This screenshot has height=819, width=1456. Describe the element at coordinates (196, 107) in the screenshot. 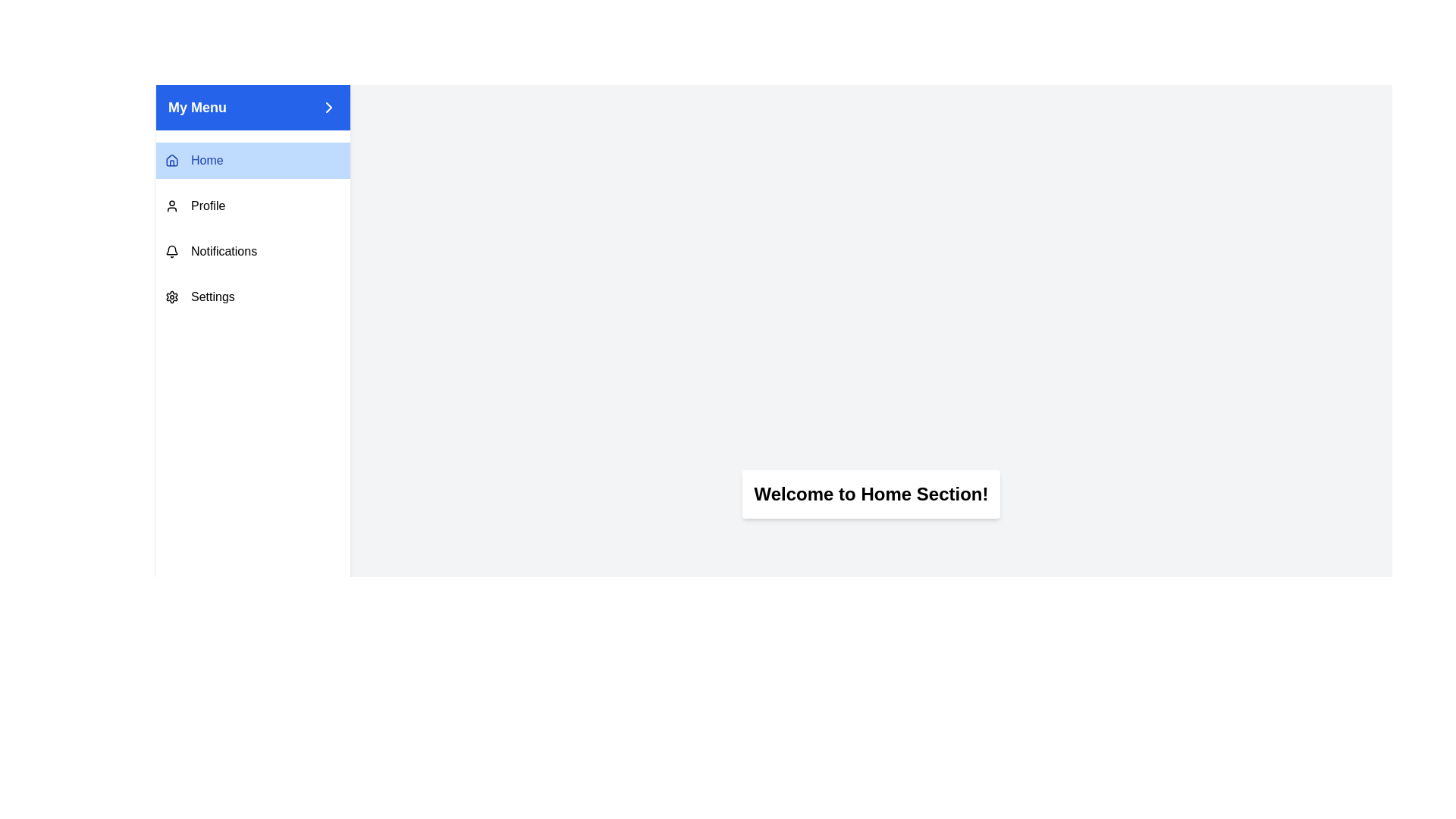

I see `bold text label displaying 'My Menu' which is centrally placed within the blue header bar at the top of the left sidebar` at that location.